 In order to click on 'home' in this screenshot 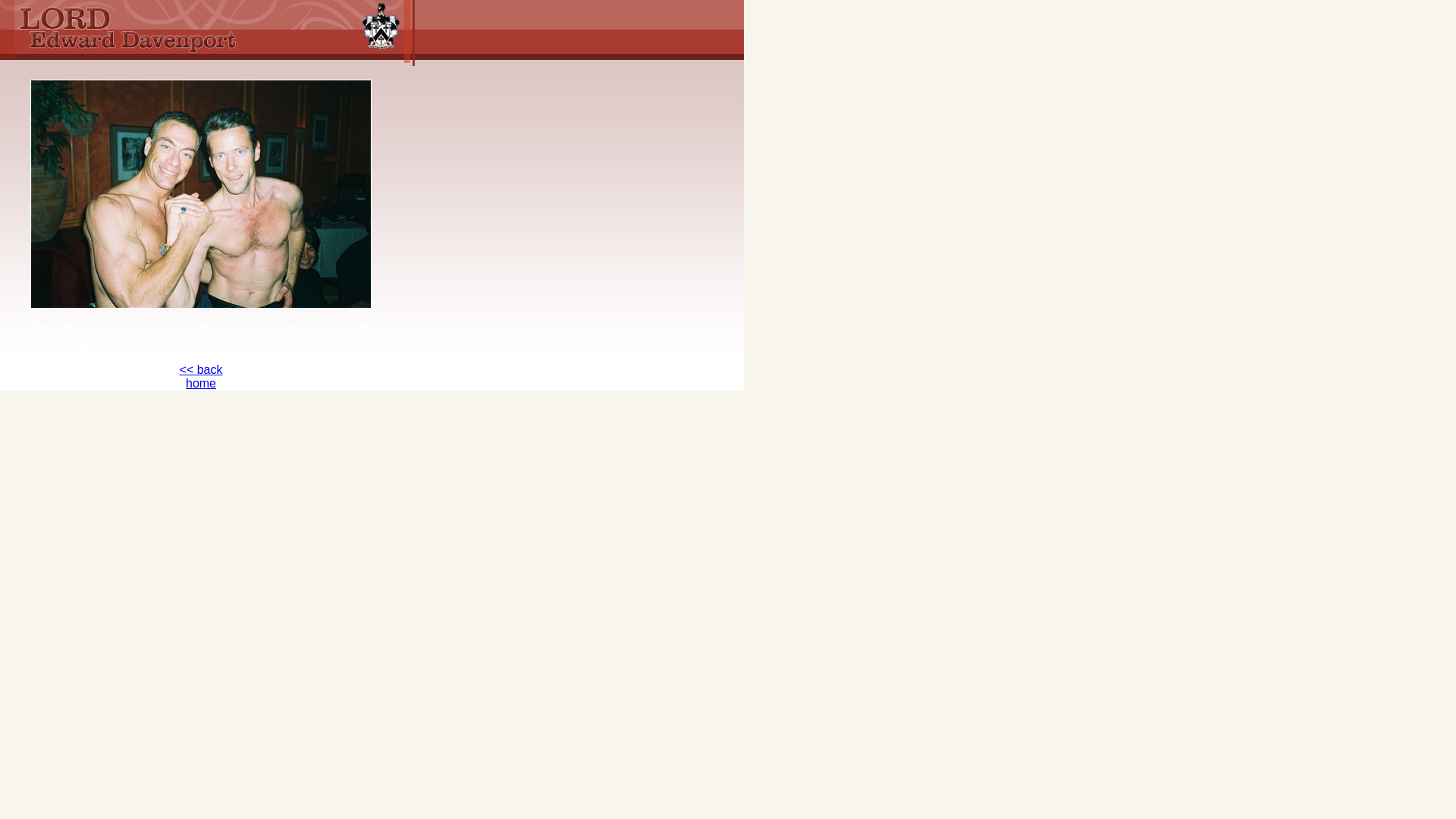, I will do `click(184, 382)`.